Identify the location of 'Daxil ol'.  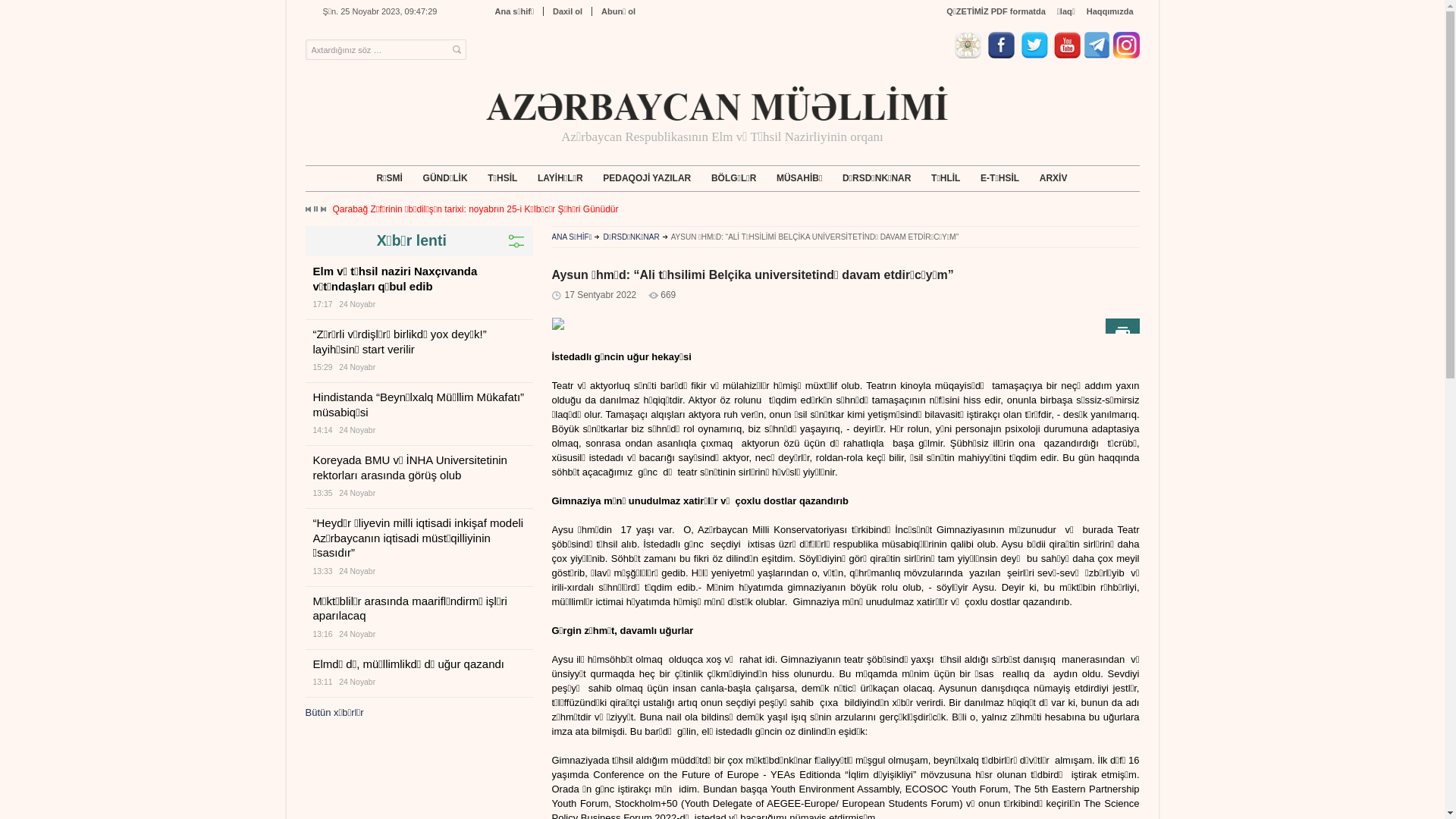
(566, 11).